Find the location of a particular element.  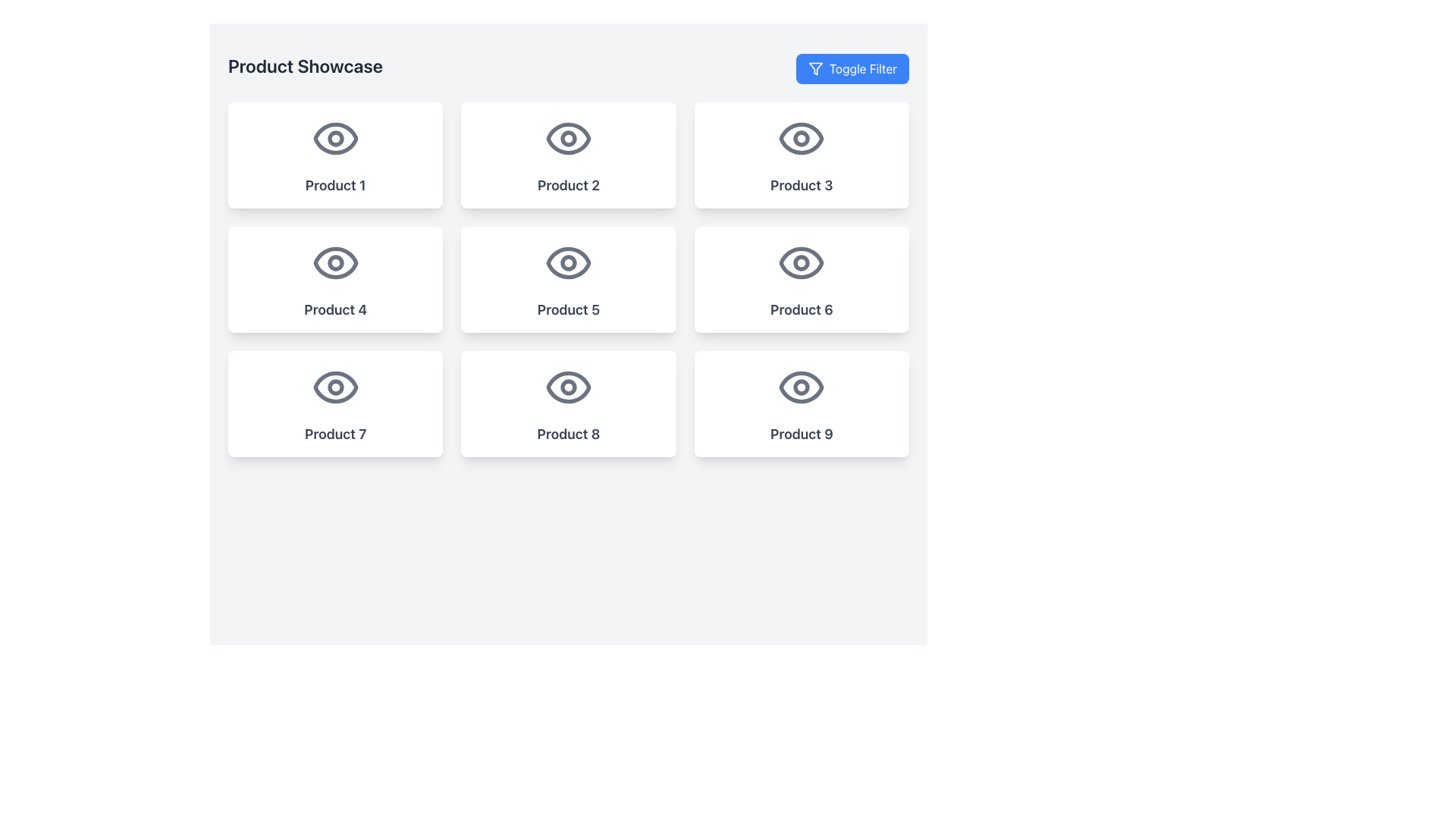

the central circular part of the 'eye' graphical icon in the 'Product 4' card located in the second row, first column of the grid layout is located at coordinates (334, 262).